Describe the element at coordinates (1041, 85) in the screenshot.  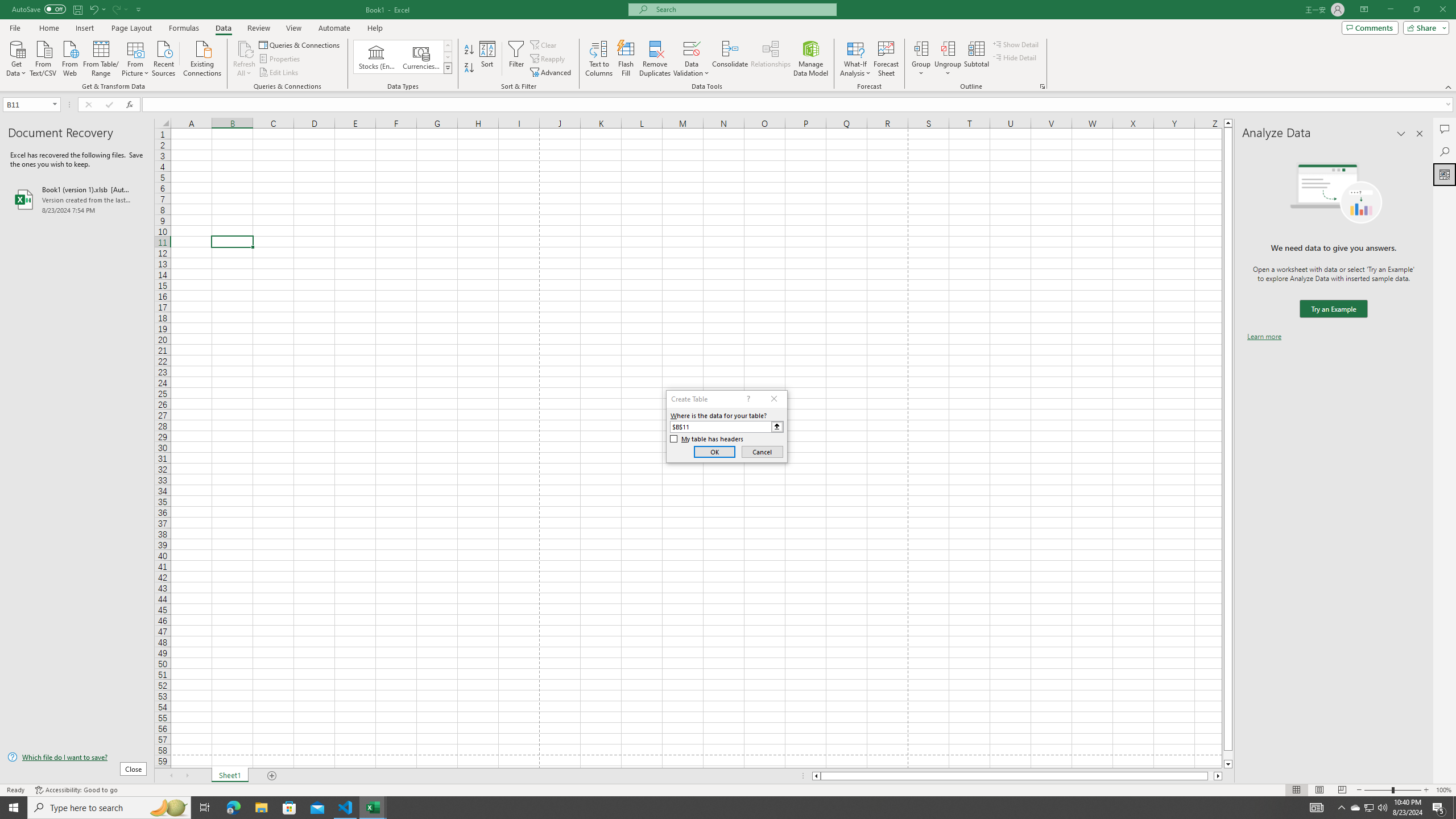
I see `'Group and Outline Settings'` at that location.